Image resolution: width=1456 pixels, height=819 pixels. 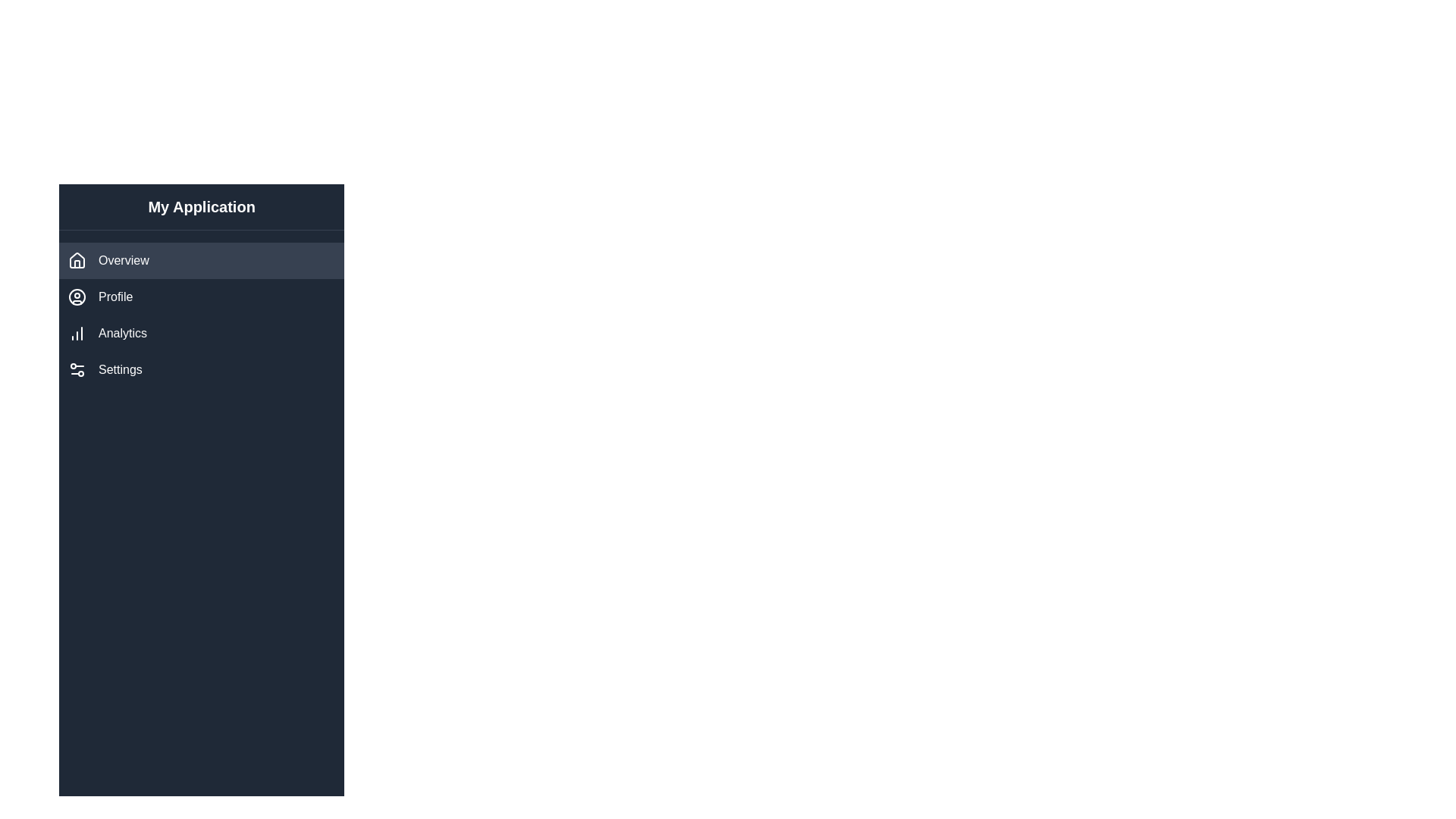 What do you see at coordinates (76, 297) in the screenshot?
I see `the largest circle in the user profile icon located in the sidebar, which is the outermost circle of the graphical representation supporting the 'Profile' menu item` at bounding box center [76, 297].